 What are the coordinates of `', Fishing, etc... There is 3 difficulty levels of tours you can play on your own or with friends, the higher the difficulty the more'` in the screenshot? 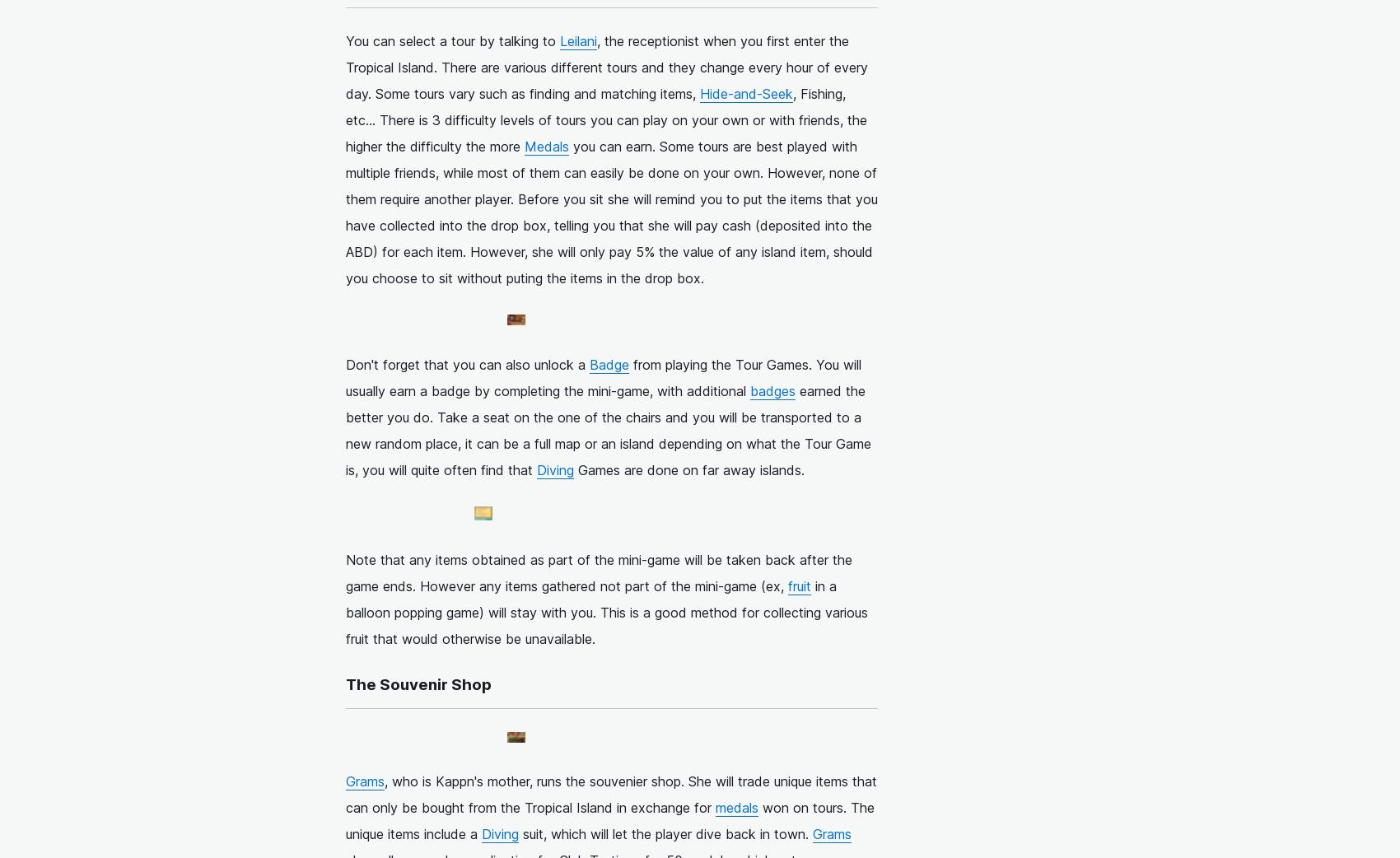 It's located at (606, 119).